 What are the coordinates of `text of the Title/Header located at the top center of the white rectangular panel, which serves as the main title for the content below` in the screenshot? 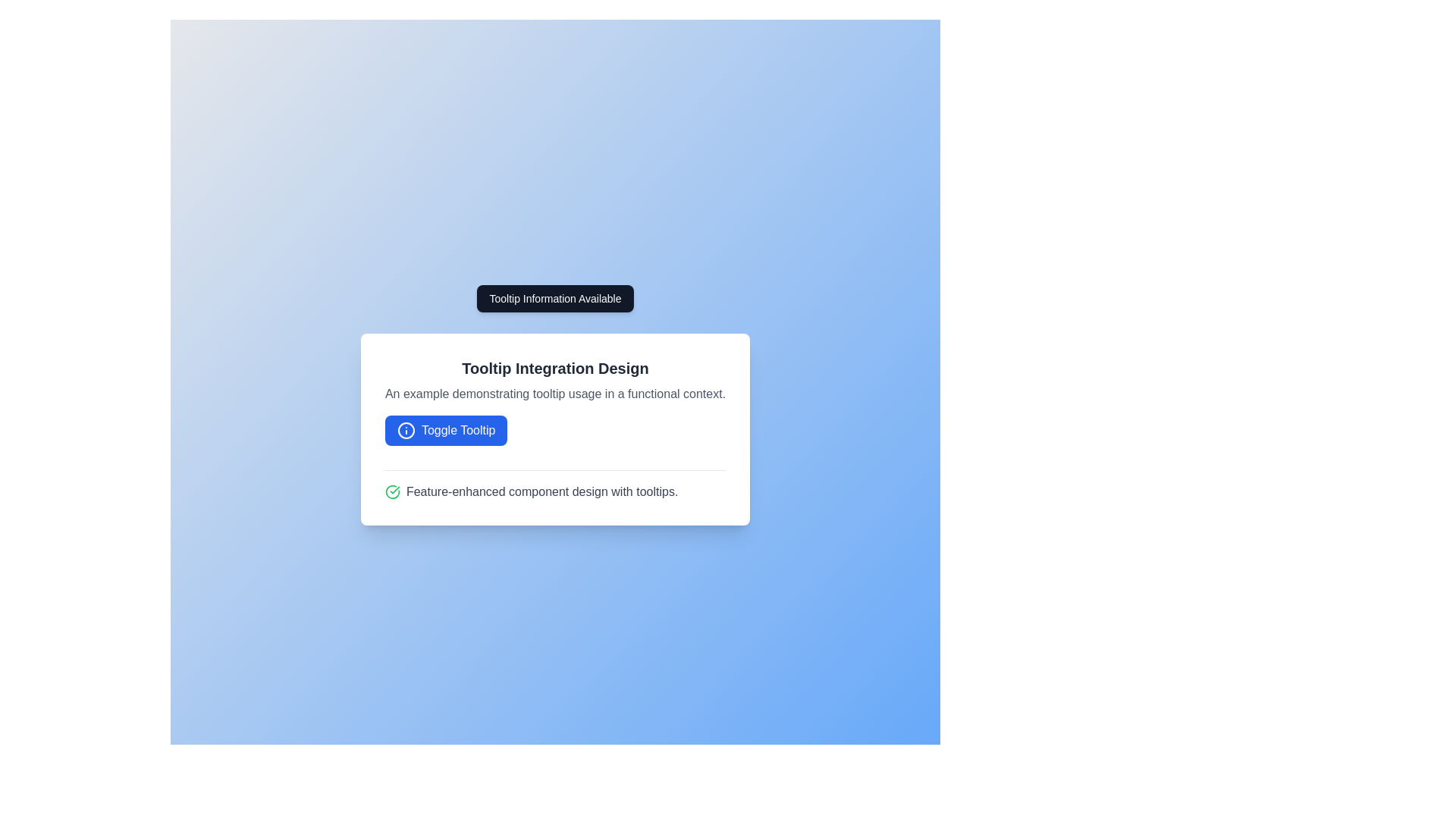 It's located at (554, 368).